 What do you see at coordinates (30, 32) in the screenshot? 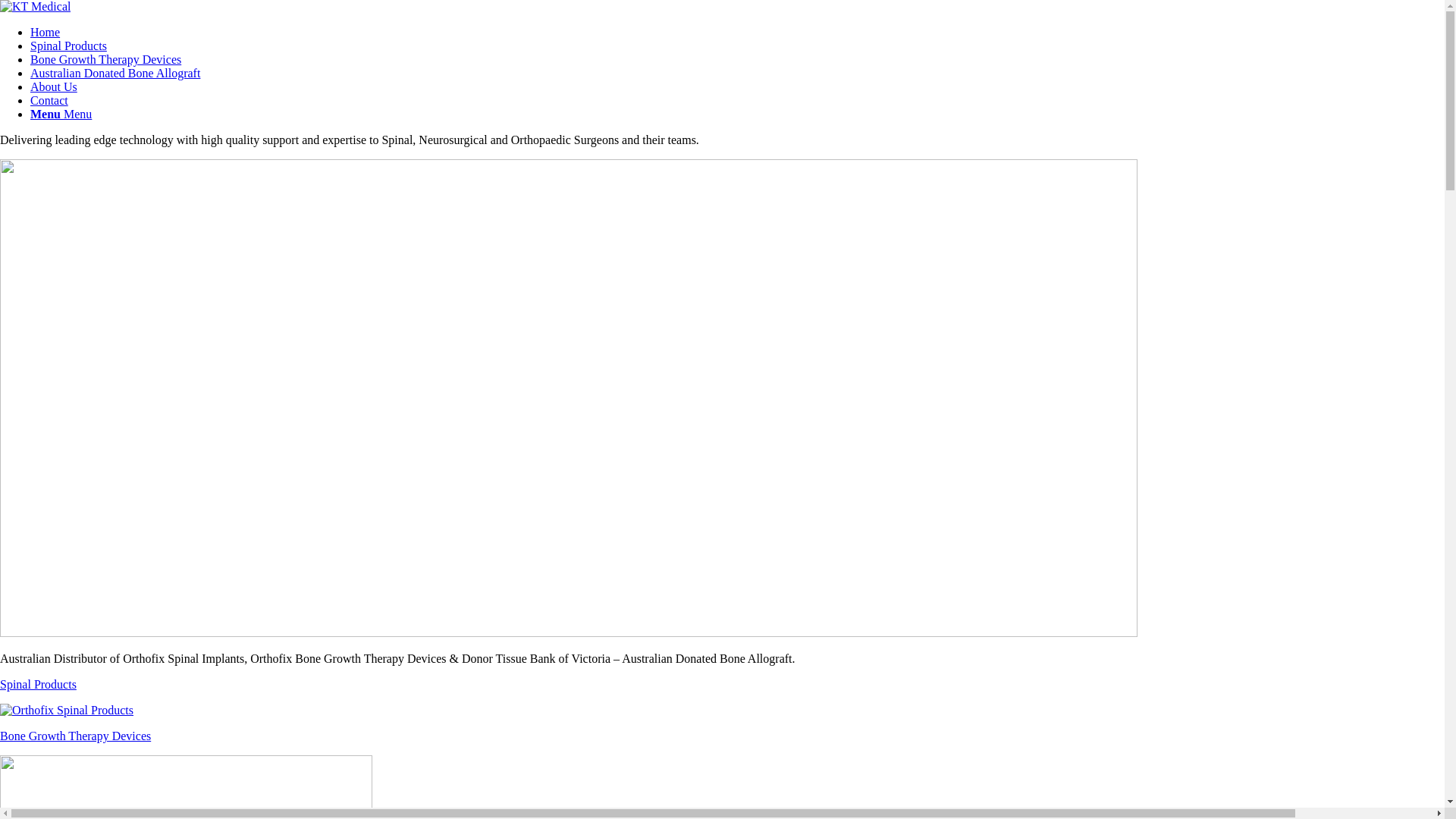
I see `'Home'` at bounding box center [30, 32].